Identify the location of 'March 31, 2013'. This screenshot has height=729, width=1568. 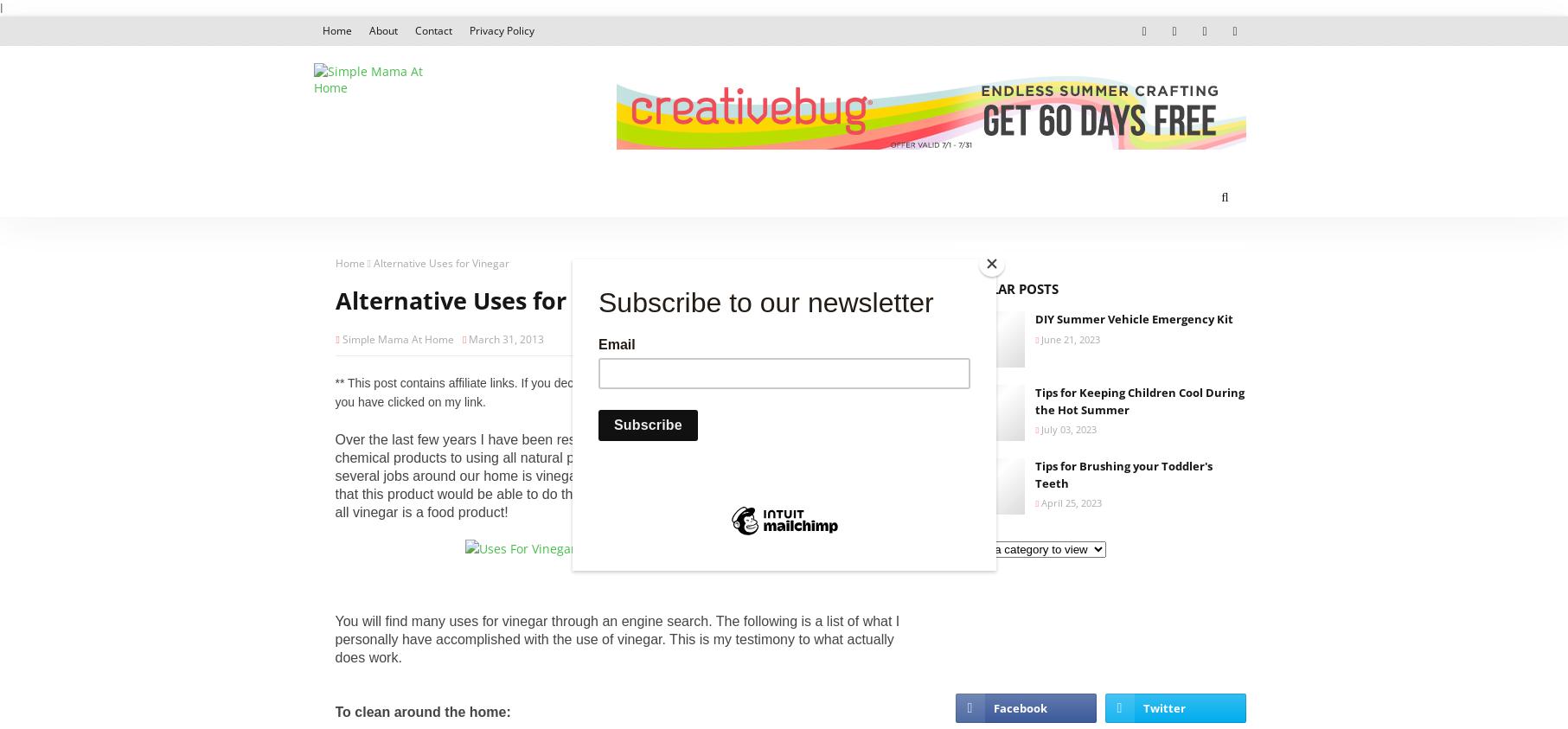
(506, 337).